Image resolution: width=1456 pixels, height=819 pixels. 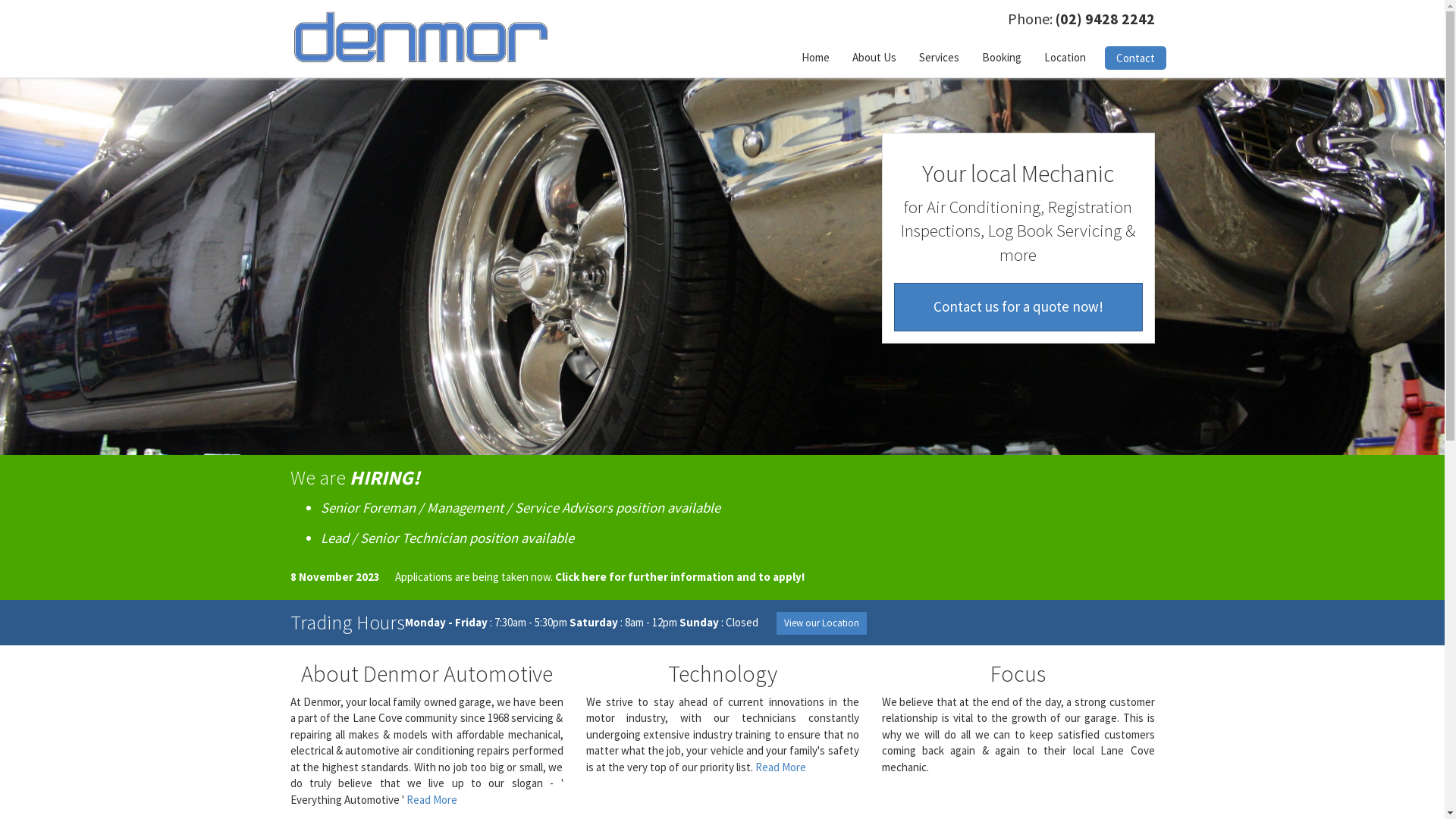 I want to click on 'Booking', so click(x=1001, y=57).